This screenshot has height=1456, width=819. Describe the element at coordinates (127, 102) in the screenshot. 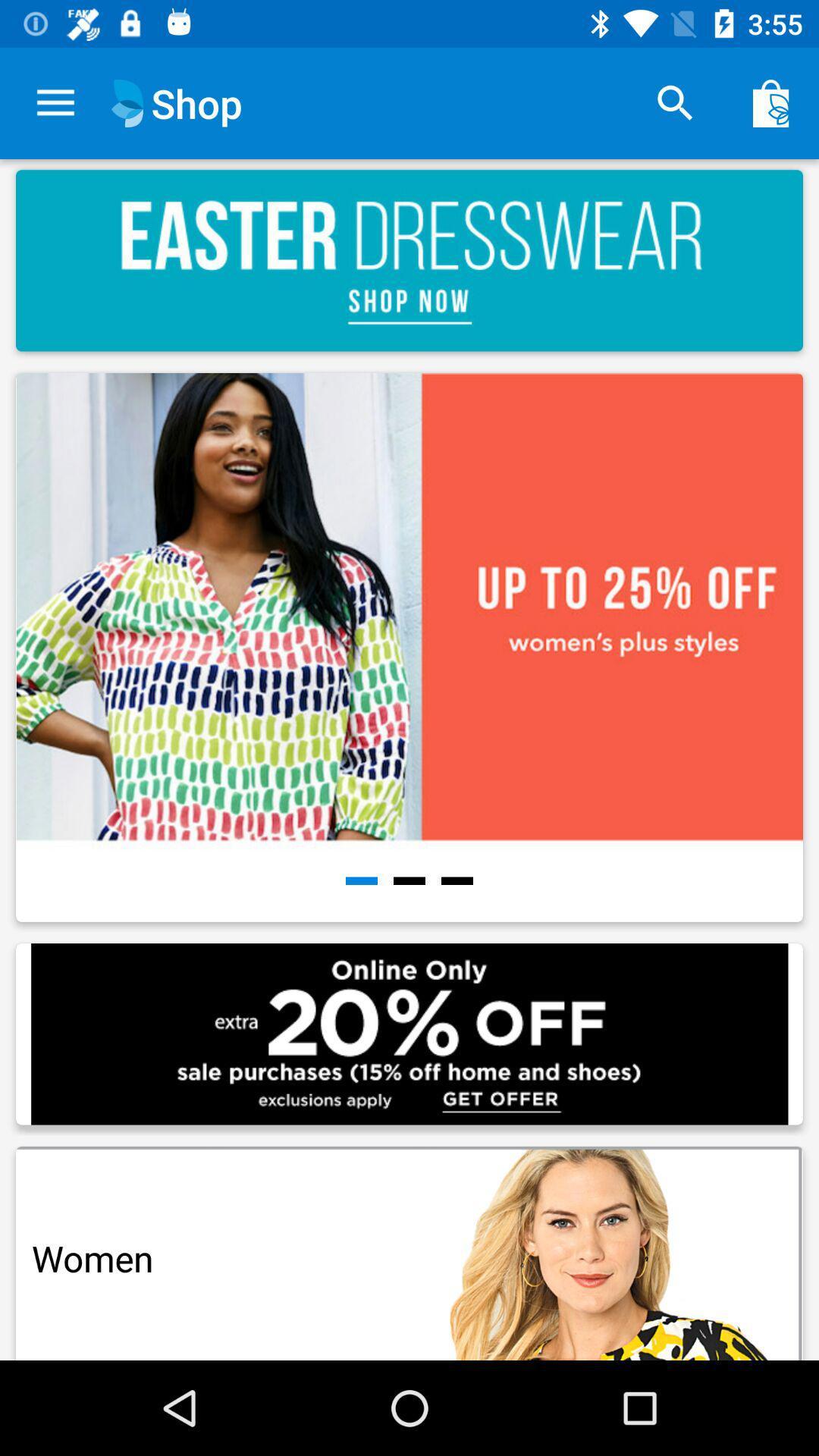

I see `the icon which is just beside the shop` at that location.